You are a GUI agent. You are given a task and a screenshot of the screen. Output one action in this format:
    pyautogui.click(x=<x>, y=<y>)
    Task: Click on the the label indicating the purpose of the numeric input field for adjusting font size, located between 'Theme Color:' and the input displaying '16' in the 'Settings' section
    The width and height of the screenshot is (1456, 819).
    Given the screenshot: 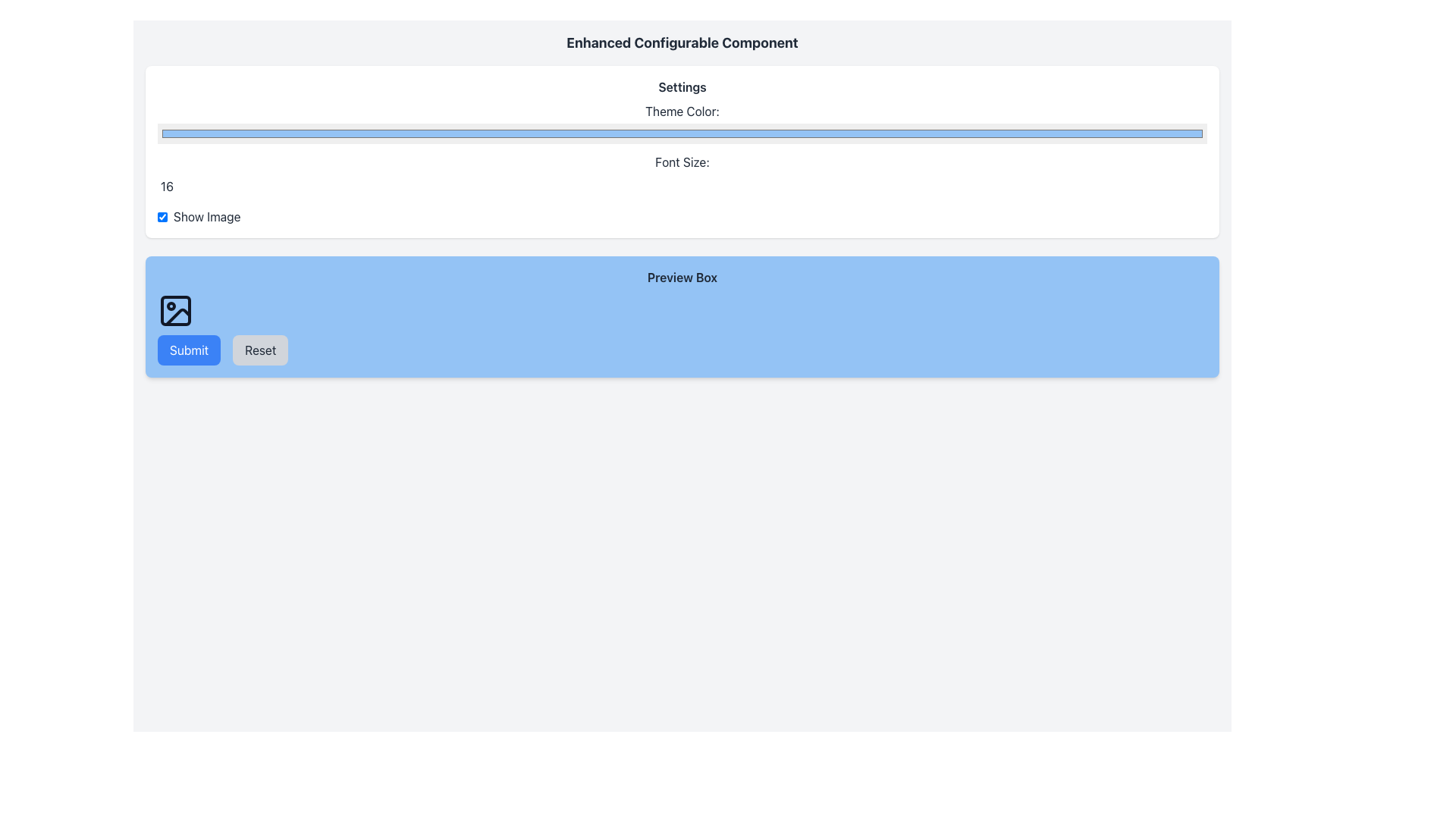 What is the action you would take?
    pyautogui.click(x=682, y=162)
    